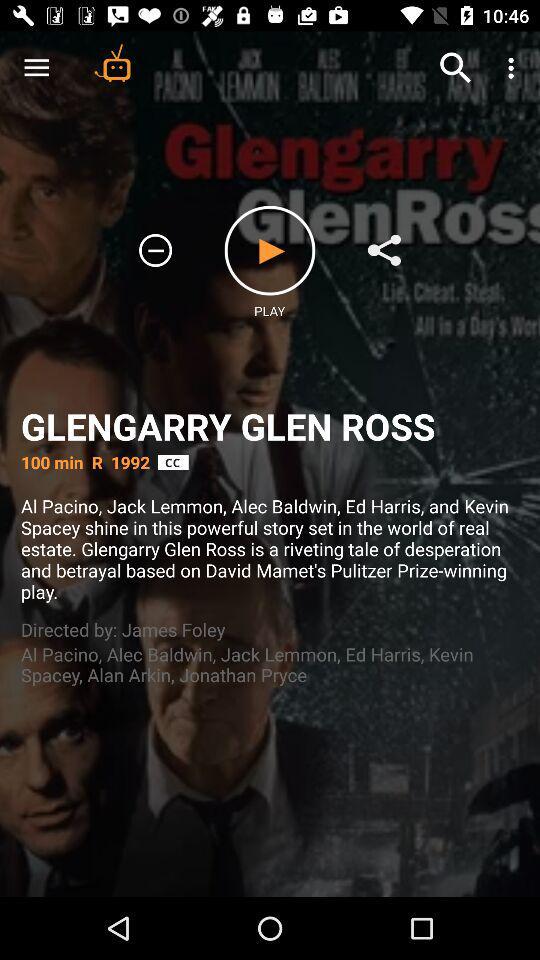 Image resolution: width=540 pixels, height=960 pixels. I want to click on the share icon, so click(384, 249).